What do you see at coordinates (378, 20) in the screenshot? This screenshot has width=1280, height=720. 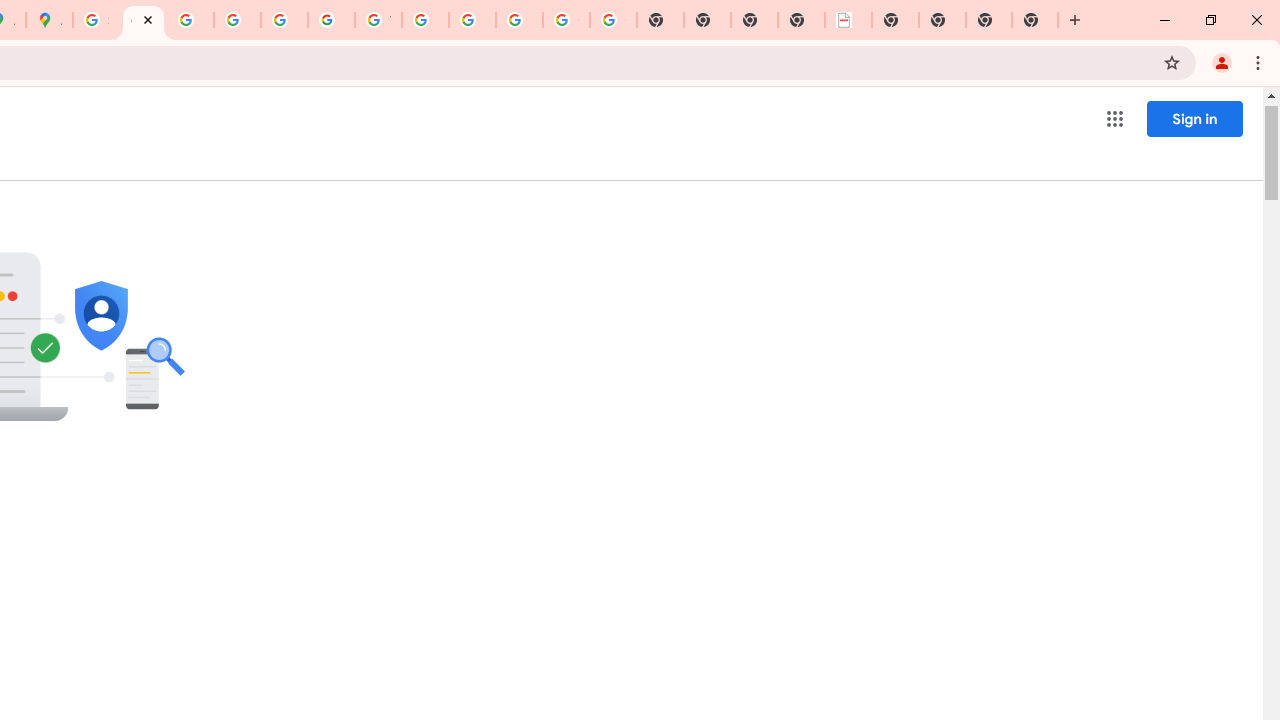 I see `'YouTube'` at bounding box center [378, 20].